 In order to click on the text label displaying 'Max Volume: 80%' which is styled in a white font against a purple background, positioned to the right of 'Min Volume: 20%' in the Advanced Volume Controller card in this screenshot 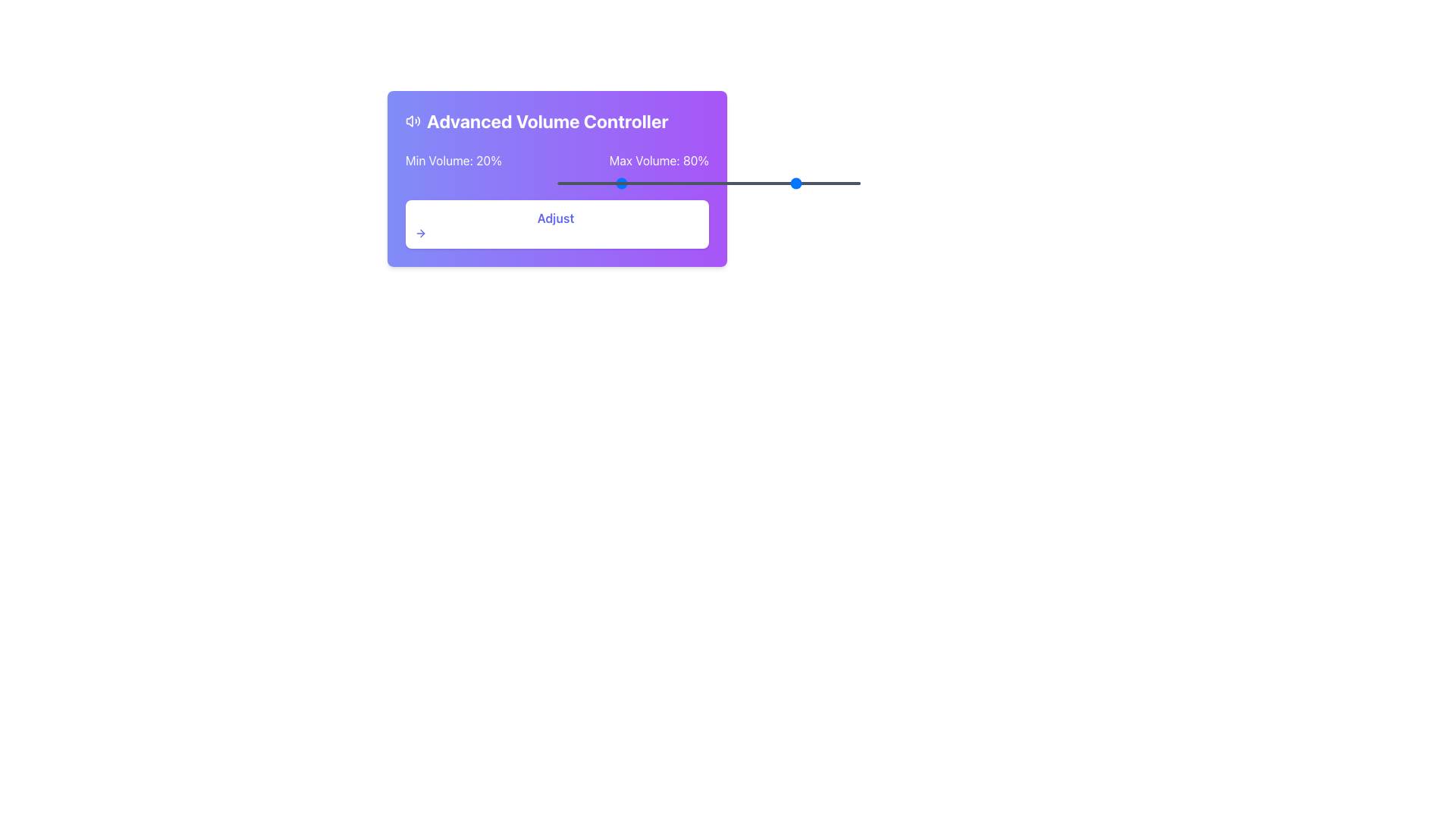, I will do `click(659, 161)`.